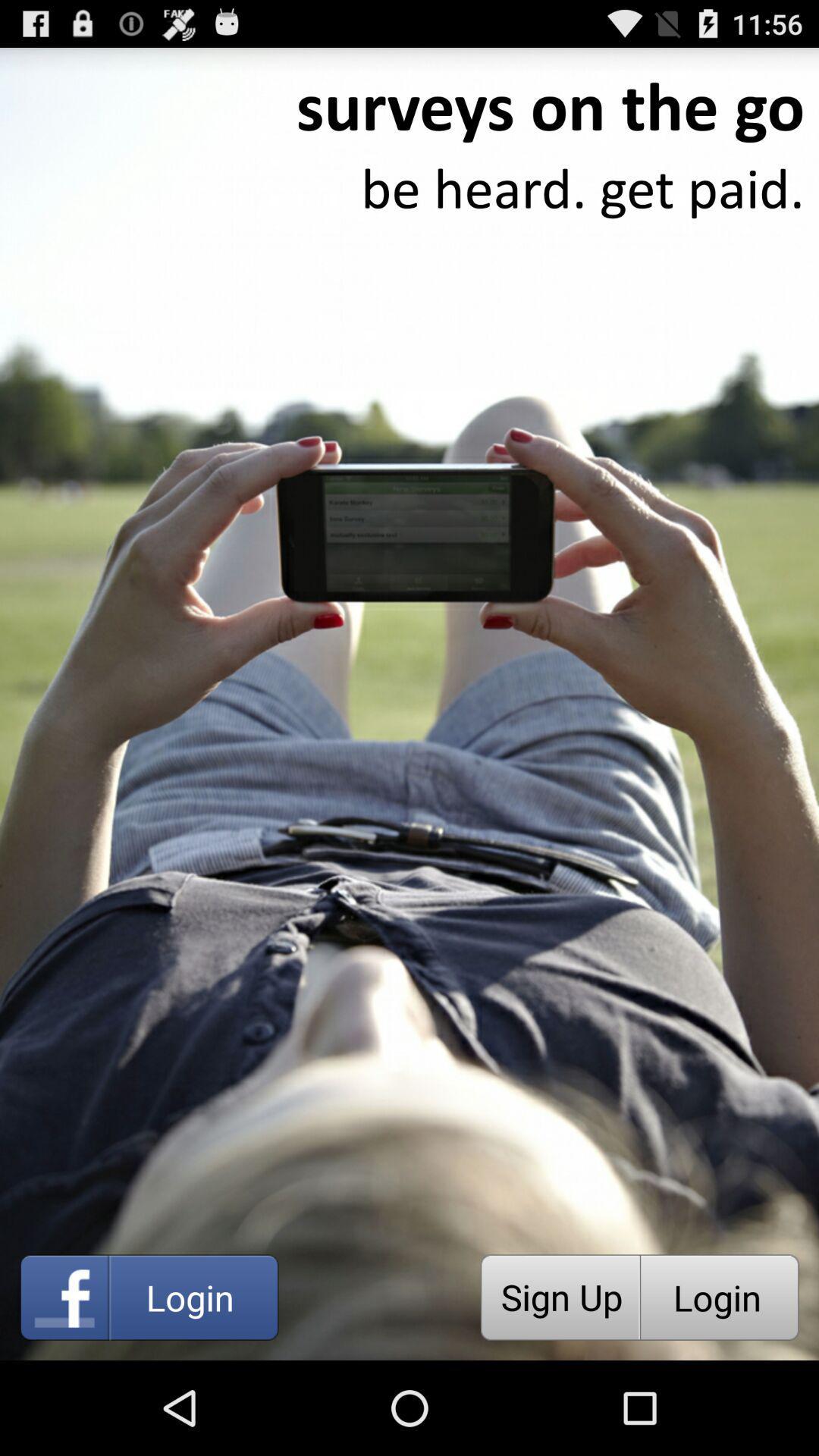 The height and width of the screenshot is (1456, 819). Describe the element at coordinates (560, 1297) in the screenshot. I see `app below be heard get` at that location.